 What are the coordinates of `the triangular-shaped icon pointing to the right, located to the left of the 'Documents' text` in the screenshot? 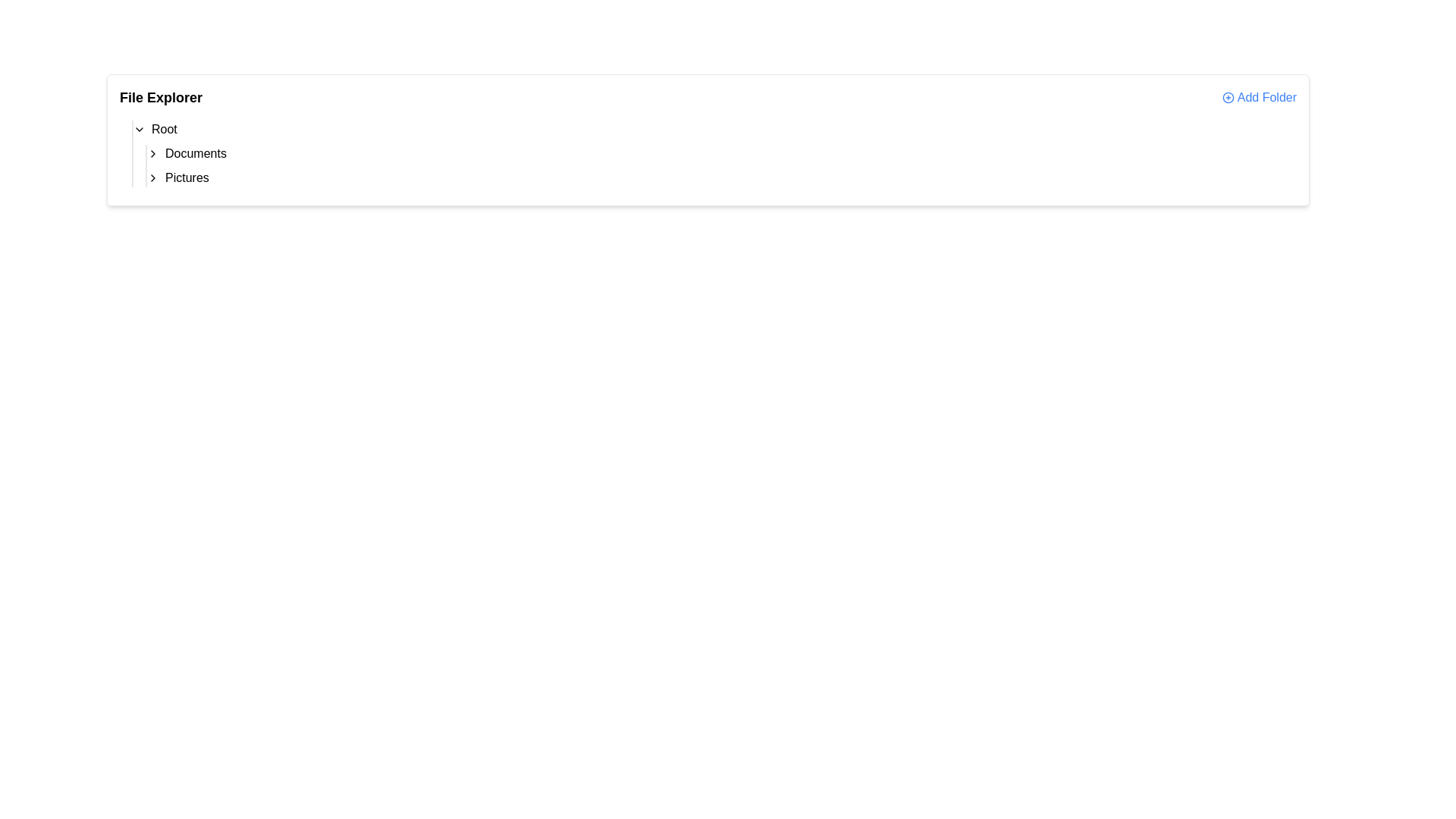 It's located at (152, 154).